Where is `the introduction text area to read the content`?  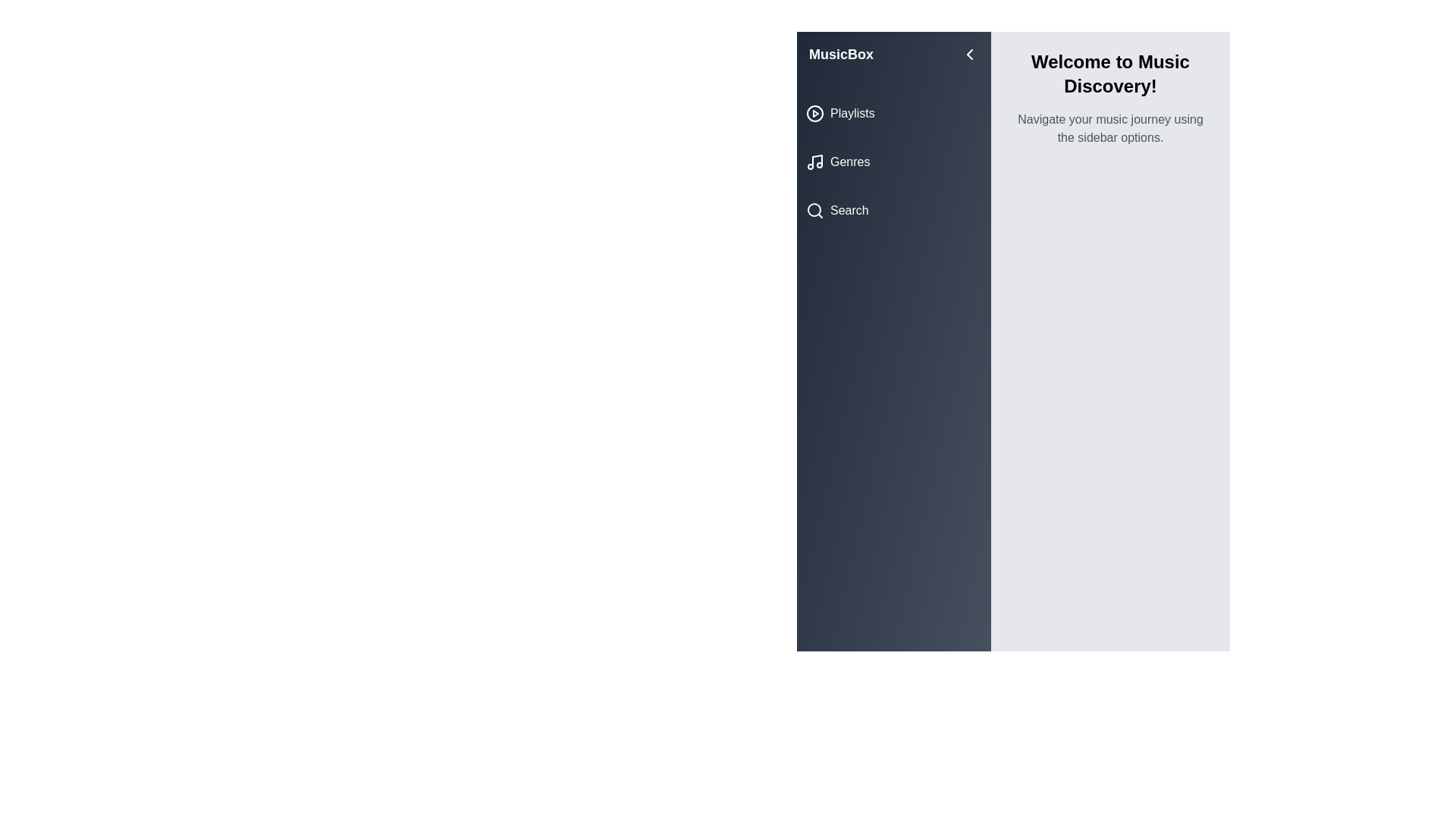
the introduction text area to read the content is located at coordinates (1110, 99).